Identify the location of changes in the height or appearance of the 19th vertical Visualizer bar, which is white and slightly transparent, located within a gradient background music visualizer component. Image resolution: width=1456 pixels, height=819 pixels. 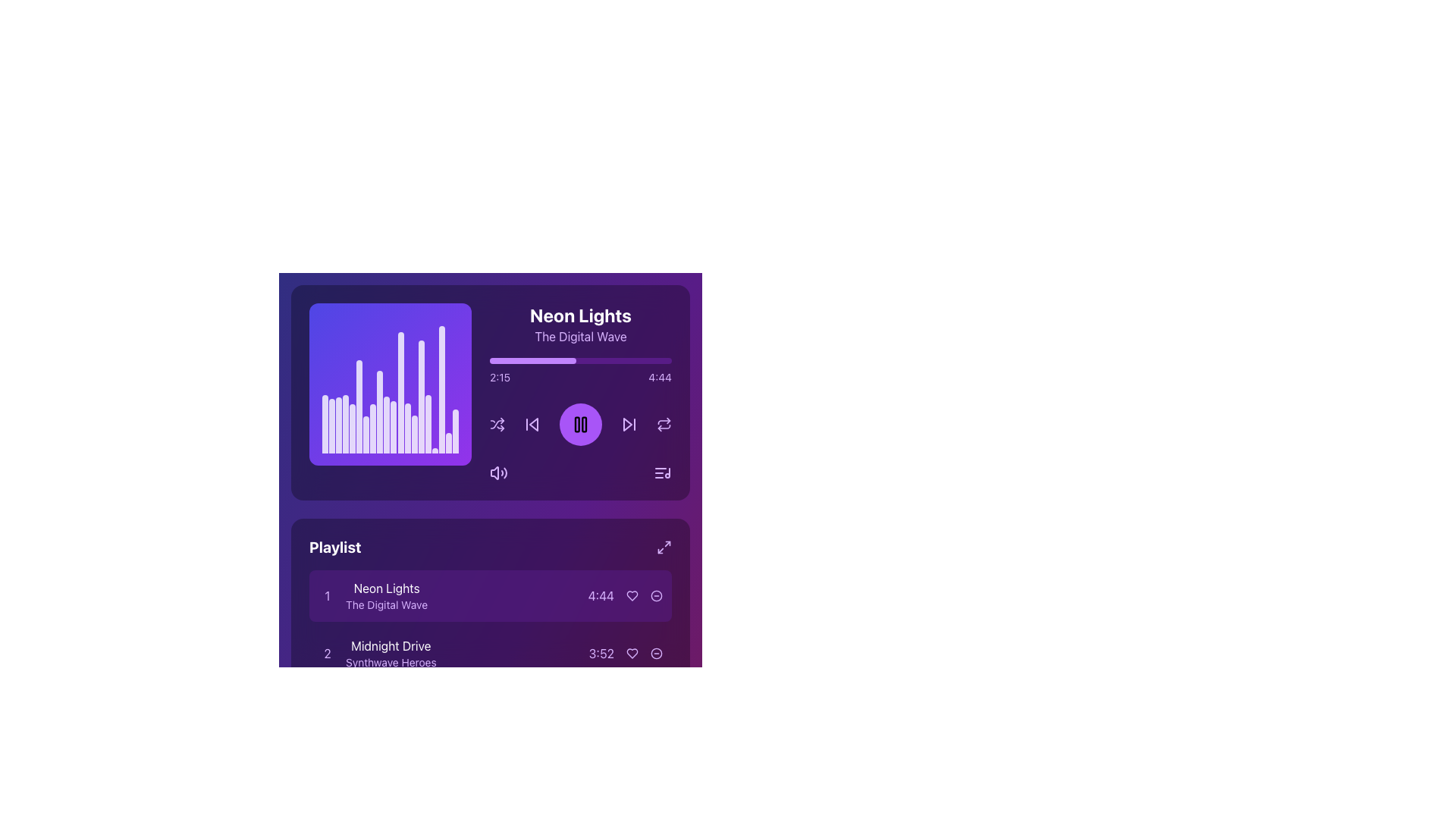
(455, 431).